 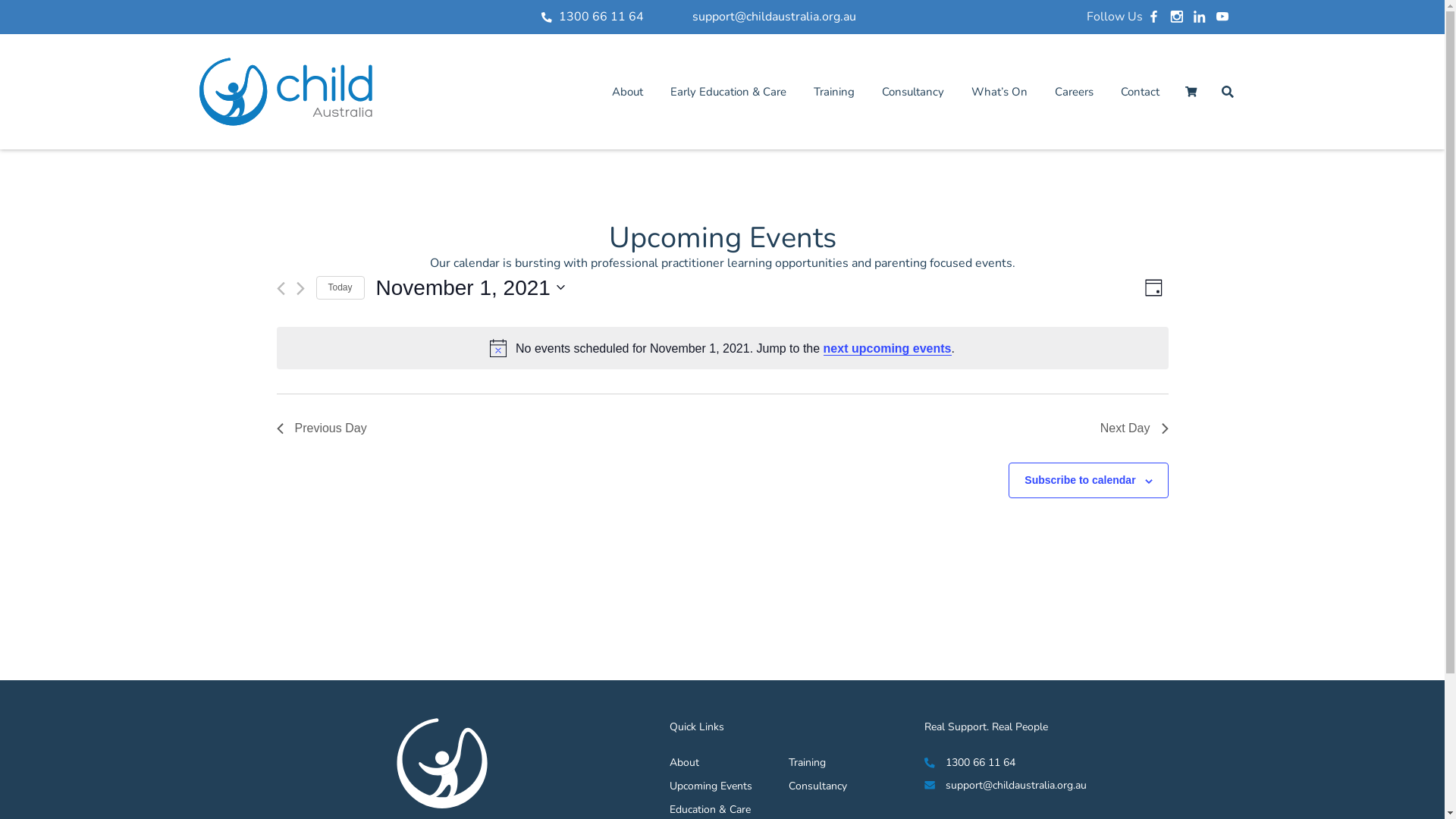 I want to click on 'Contact', so click(x=1140, y=91).